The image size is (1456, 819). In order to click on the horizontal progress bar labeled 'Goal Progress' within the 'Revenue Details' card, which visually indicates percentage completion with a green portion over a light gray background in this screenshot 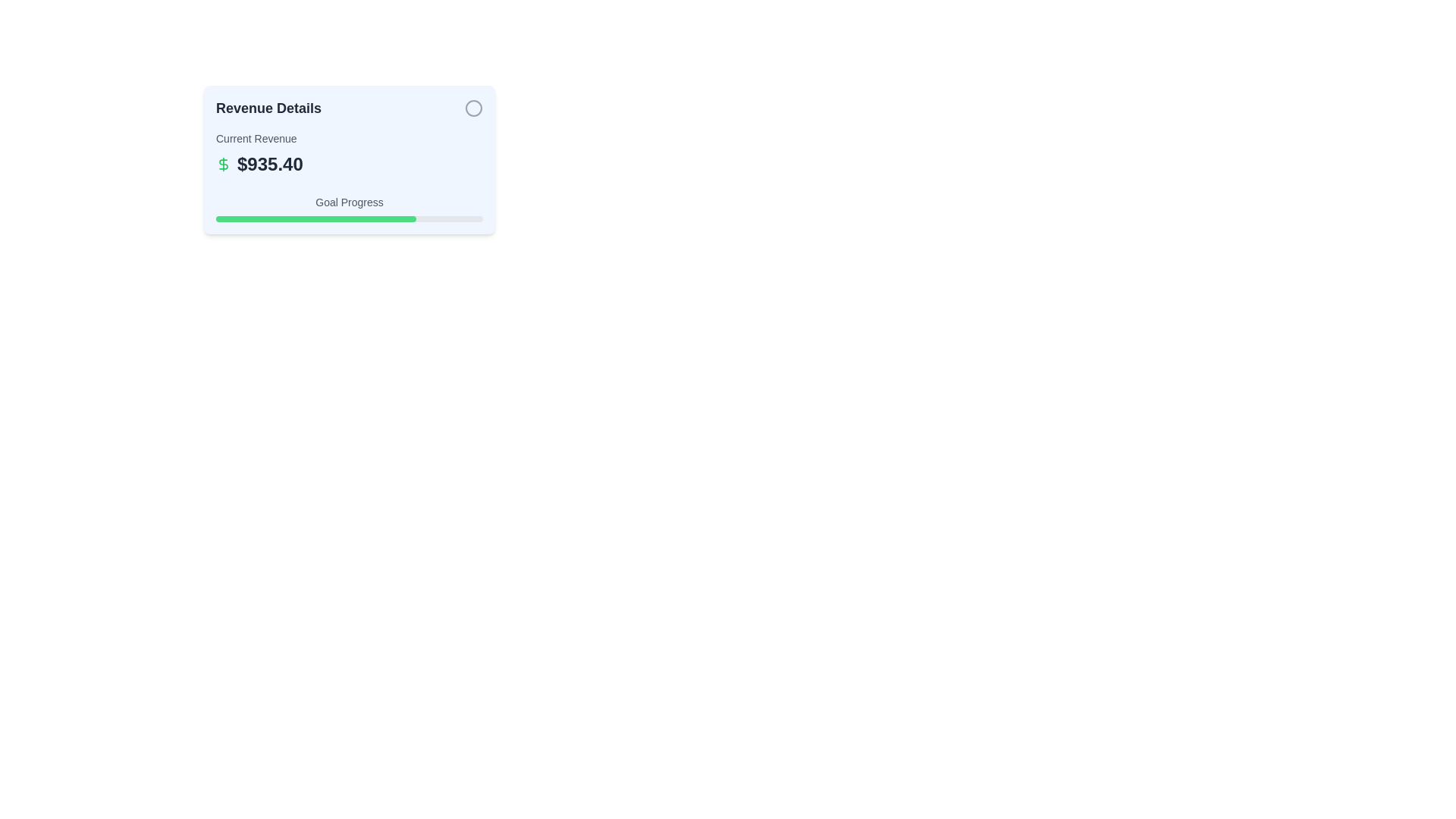, I will do `click(348, 208)`.